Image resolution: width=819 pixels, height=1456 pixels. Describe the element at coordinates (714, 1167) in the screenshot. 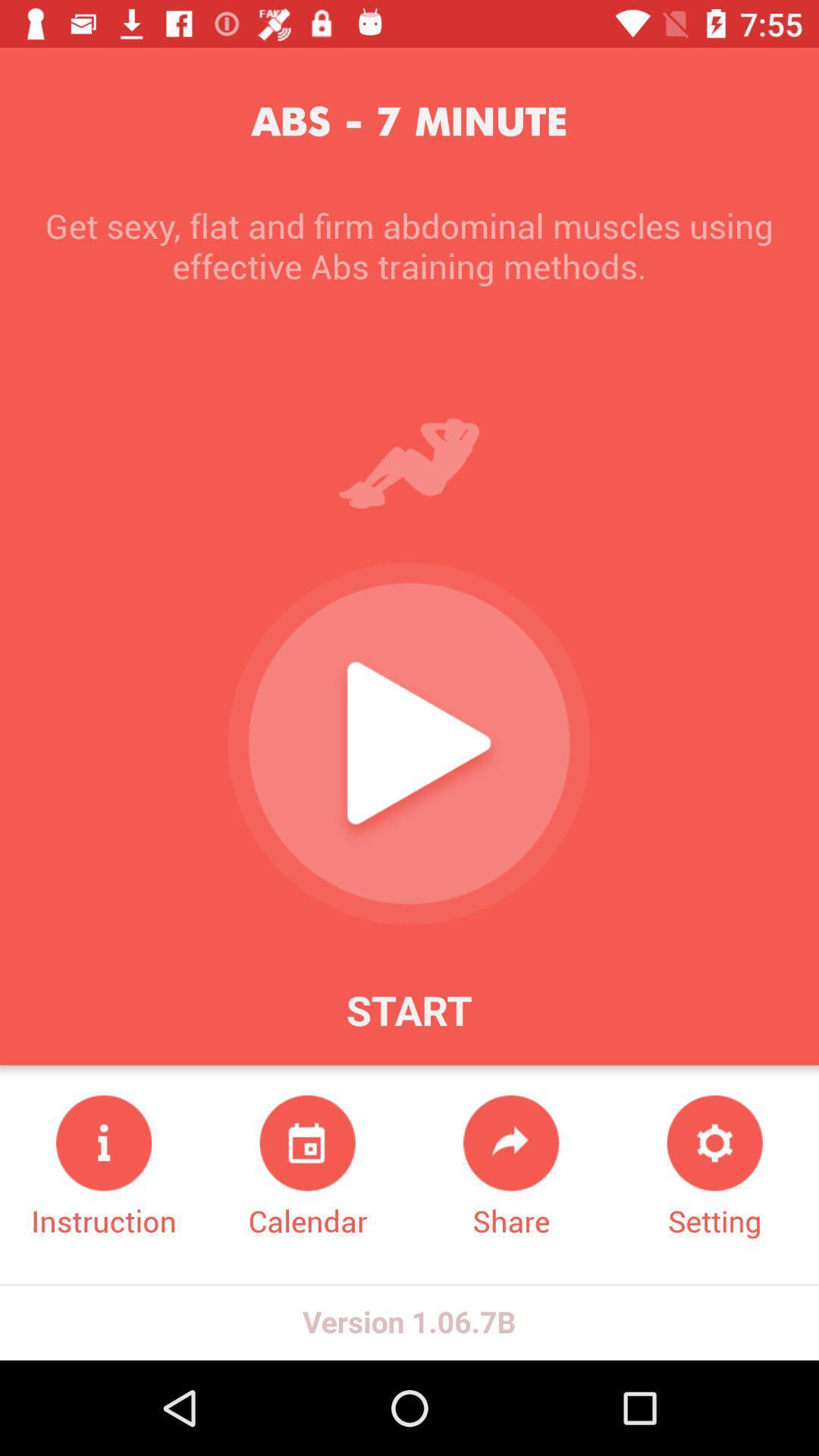

I see `icon to the right of share item` at that location.